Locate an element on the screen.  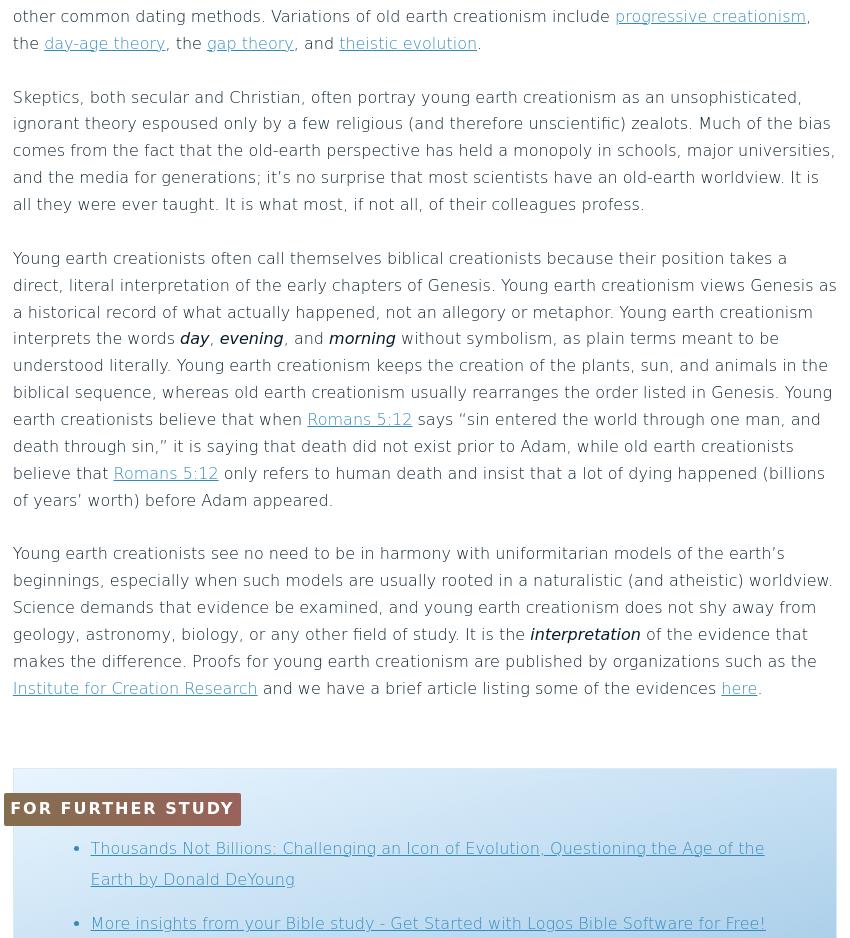
'Young earth creationists often call themselves biblical creationists because their position takes a direct, literal interpretation of the early chapters of Genesis. Young earth creationism views Genesis as a historical record of what actually happened, not an allegory or metaphor. Young earth creationism interprets the words' is located at coordinates (423, 298).